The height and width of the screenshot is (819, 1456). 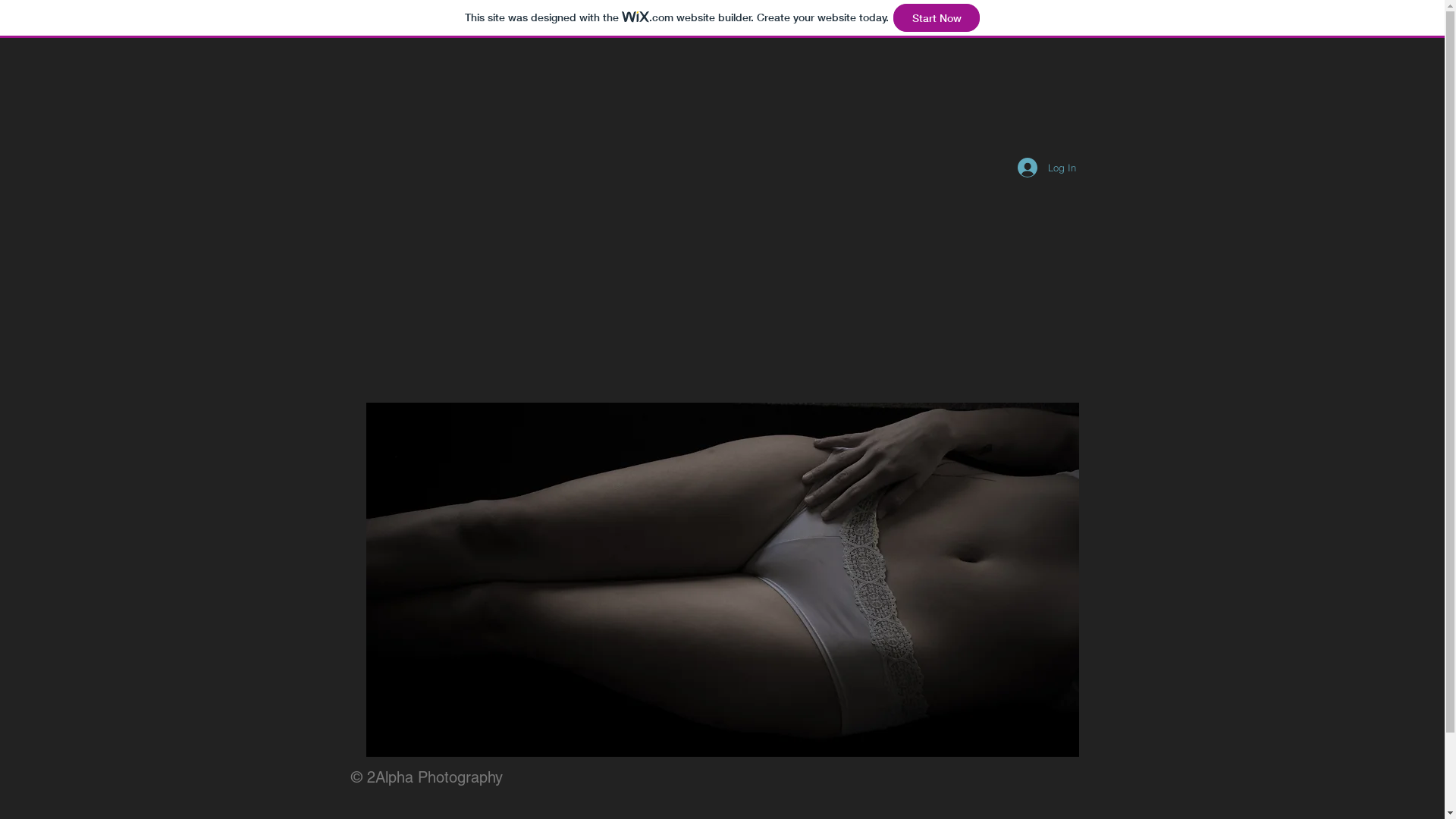 What do you see at coordinates (1046, 167) in the screenshot?
I see `'Log In'` at bounding box center [1046, 167].